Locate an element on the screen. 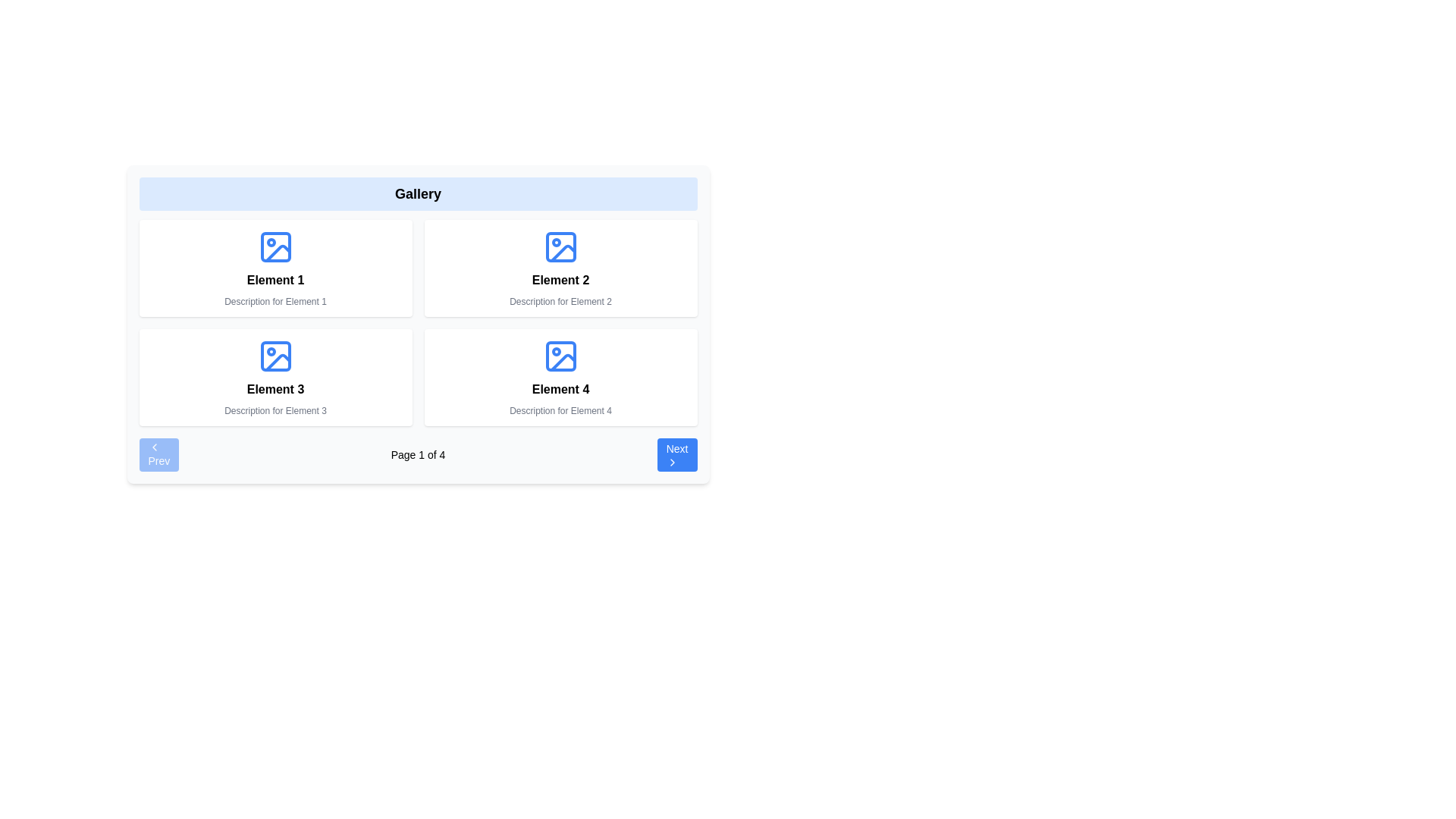 The height and width of the screenshot is (819, 1456). the Text label displaying 'Element 3' located in the bottom-left quadrant of the grid, below the image icon is located at coordinates (275, 388).